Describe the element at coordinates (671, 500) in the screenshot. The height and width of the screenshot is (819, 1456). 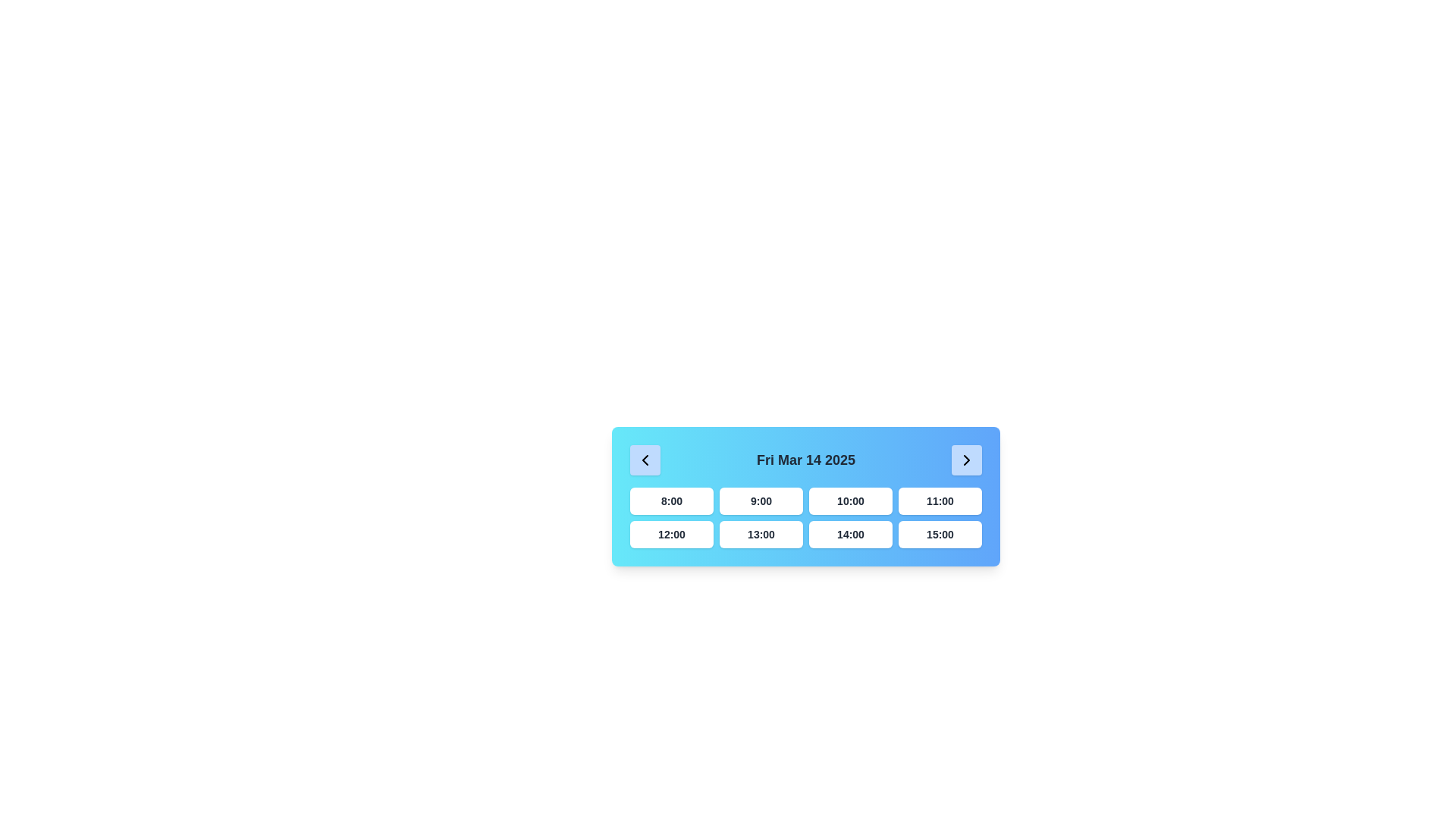
I see `the button labeled '8:00' located in the upper-left corner of the grid` at that location.